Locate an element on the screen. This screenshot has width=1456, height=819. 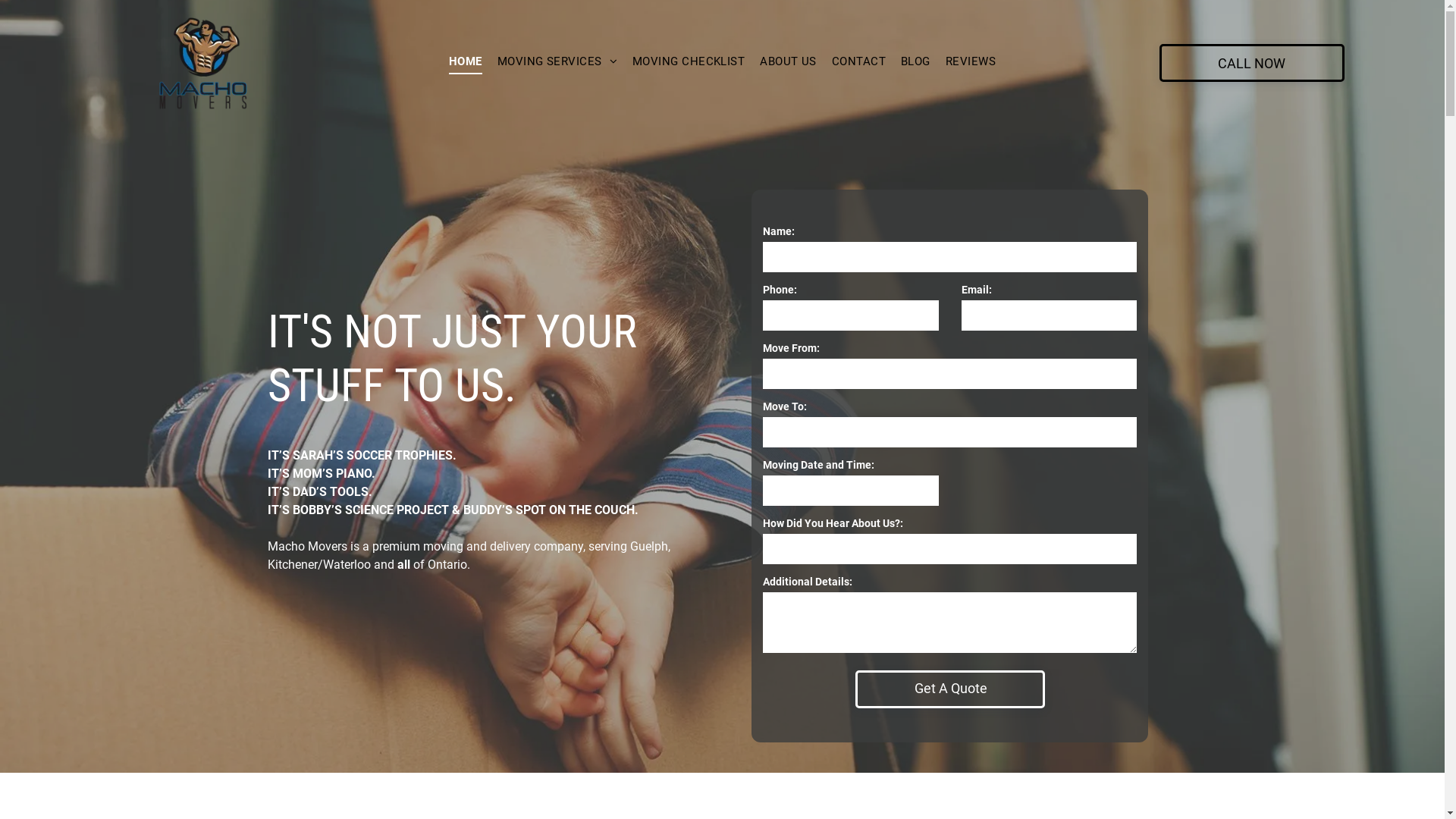
'Get A Quote' is located at coordinates (950, 688).